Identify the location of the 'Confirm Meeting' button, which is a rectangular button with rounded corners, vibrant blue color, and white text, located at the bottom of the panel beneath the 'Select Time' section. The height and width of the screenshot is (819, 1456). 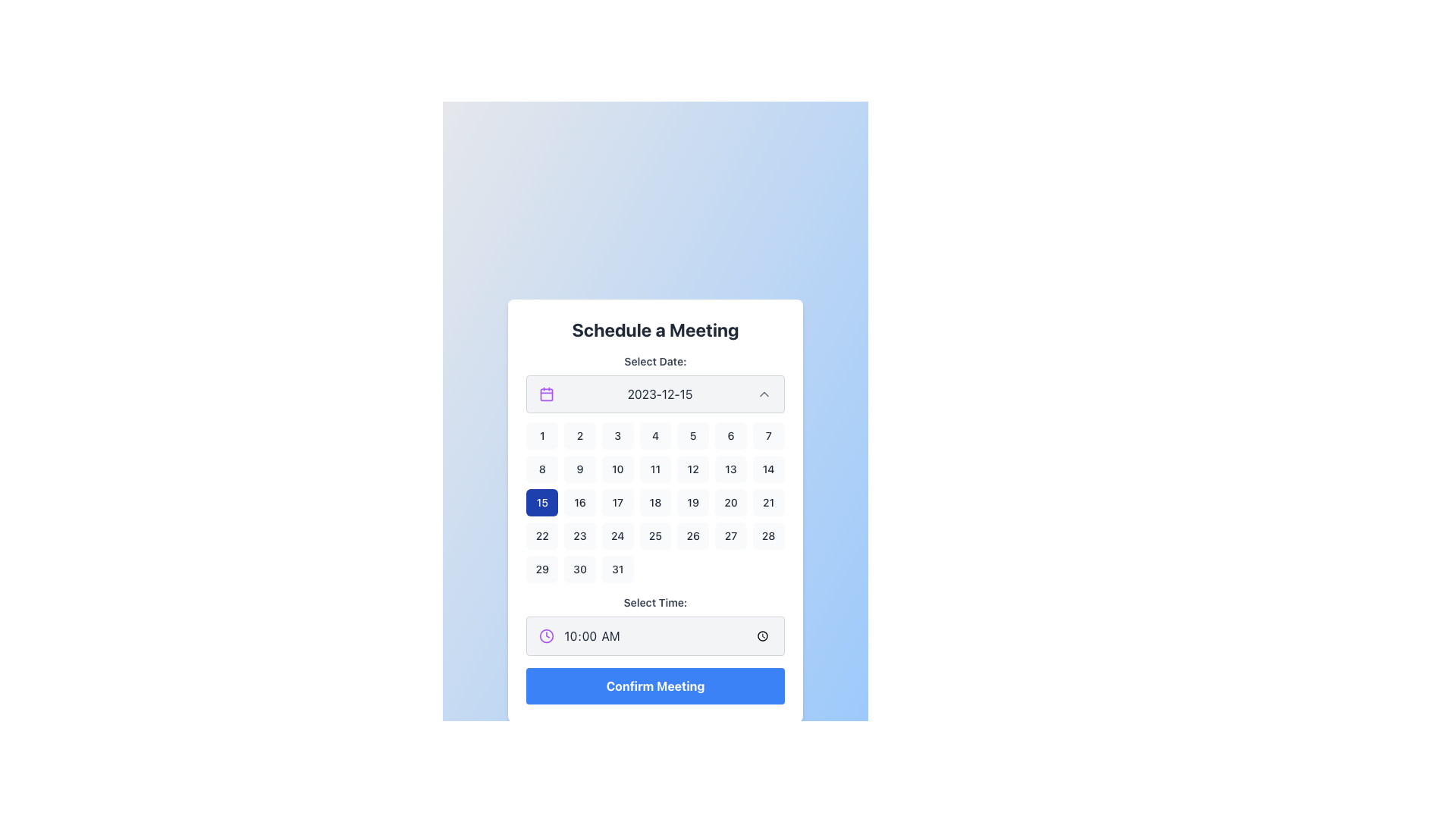
(655, 686).